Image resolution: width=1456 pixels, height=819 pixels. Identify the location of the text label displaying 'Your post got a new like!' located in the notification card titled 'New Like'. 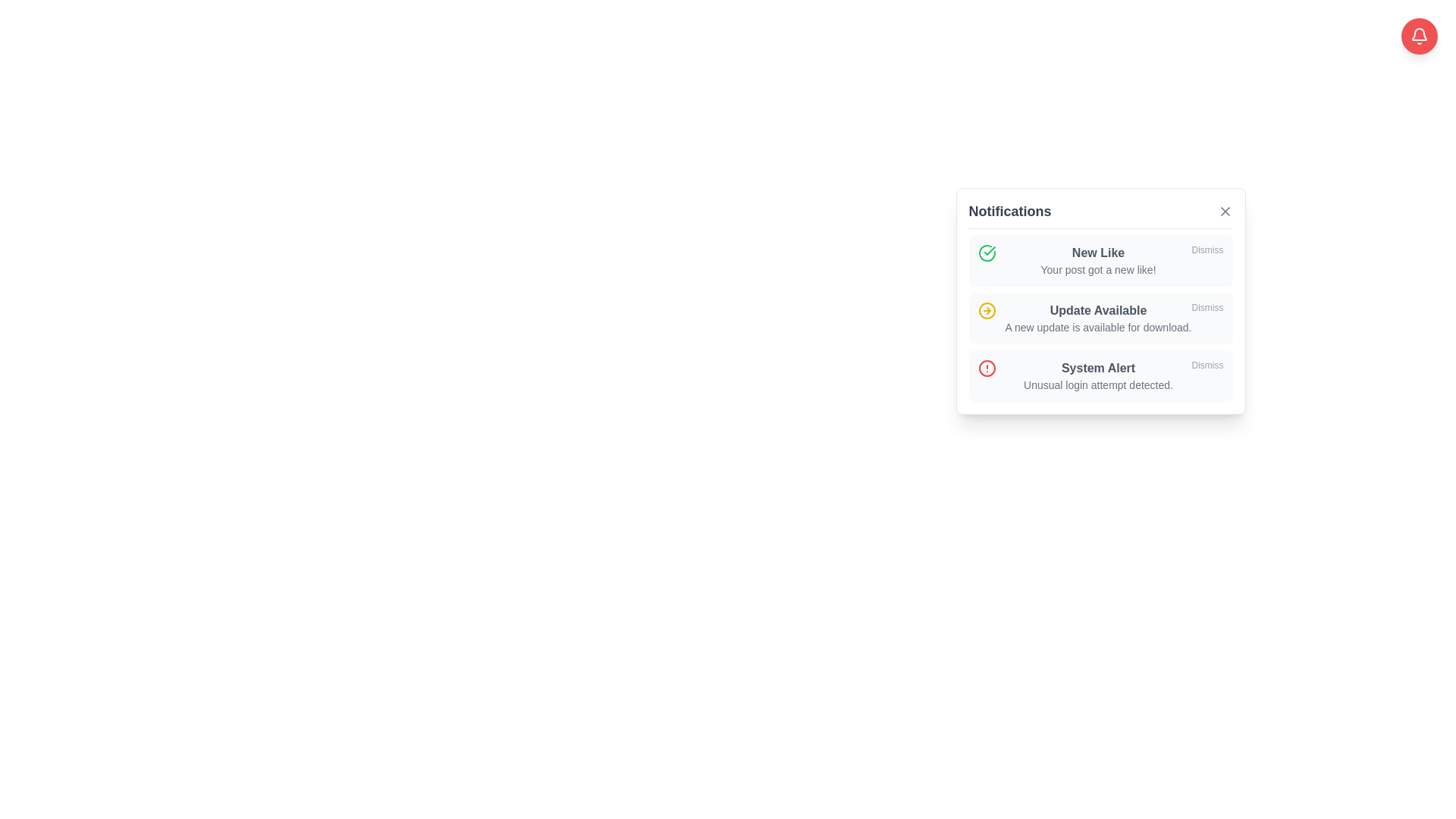
(1098, 268).